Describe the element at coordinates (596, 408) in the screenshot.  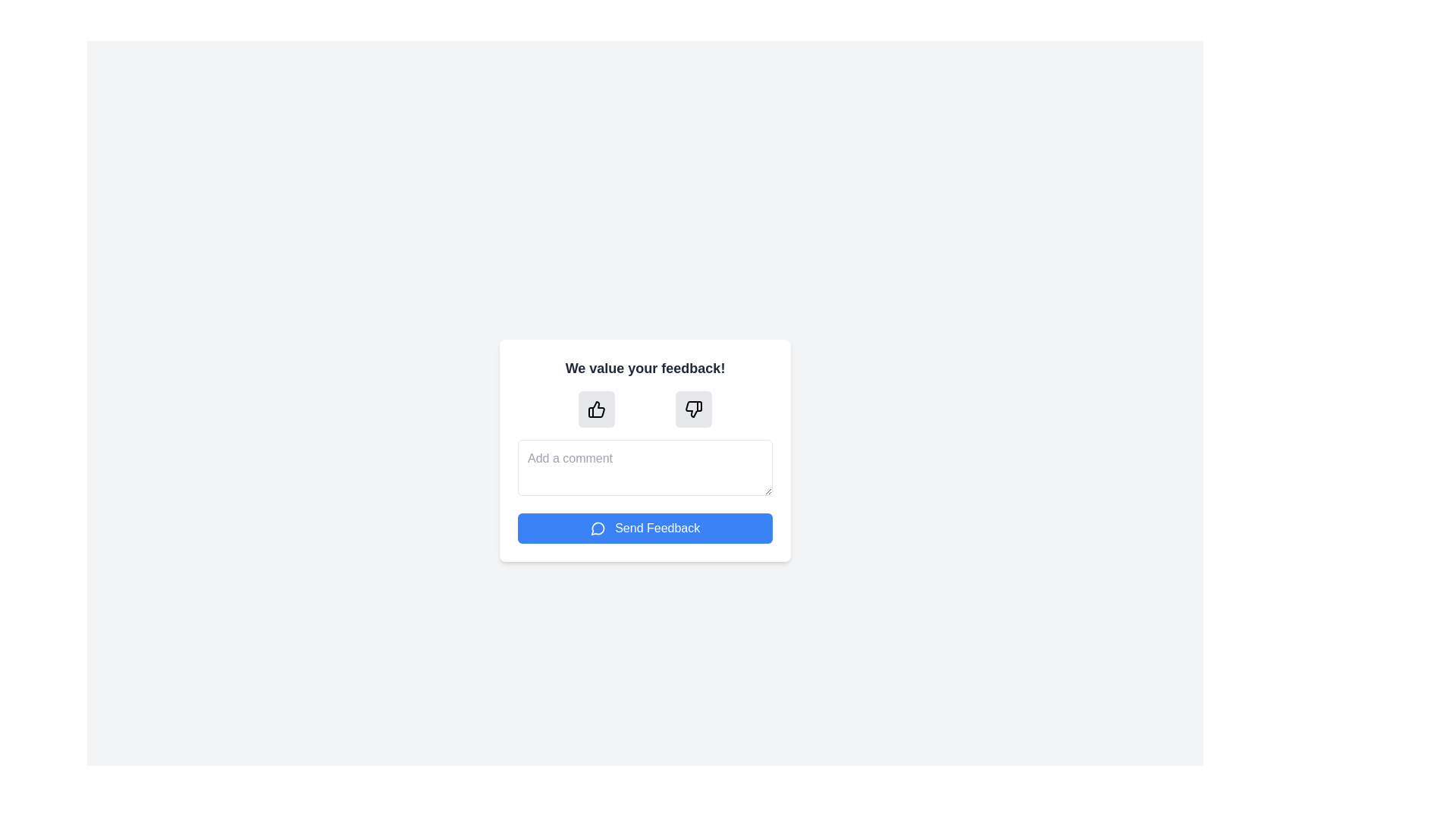
I see `the thumbs-up button located in the feedback prompt panel below the 'We value your feedback!' text` at that location.